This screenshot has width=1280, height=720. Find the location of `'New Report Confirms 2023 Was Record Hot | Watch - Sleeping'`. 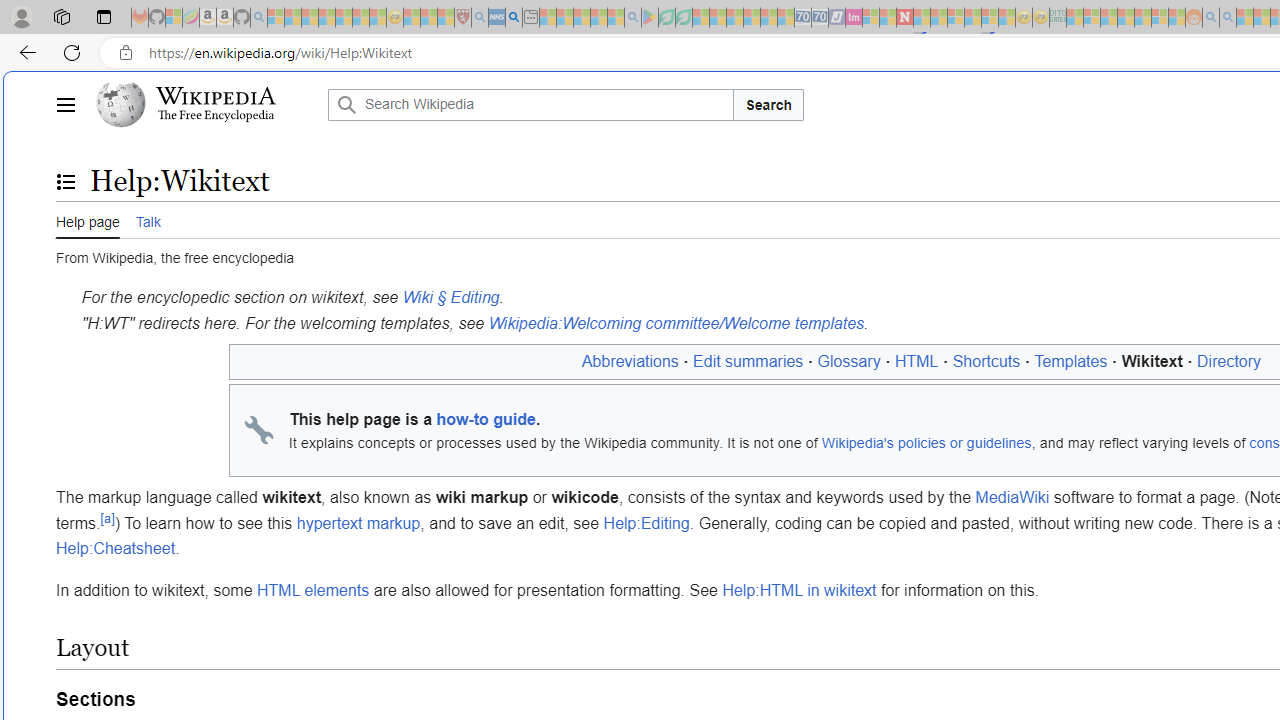

'New Report Confirms 2023 Was Record Hot | Watch - Sleeping' is located at coordinates (343, 17).